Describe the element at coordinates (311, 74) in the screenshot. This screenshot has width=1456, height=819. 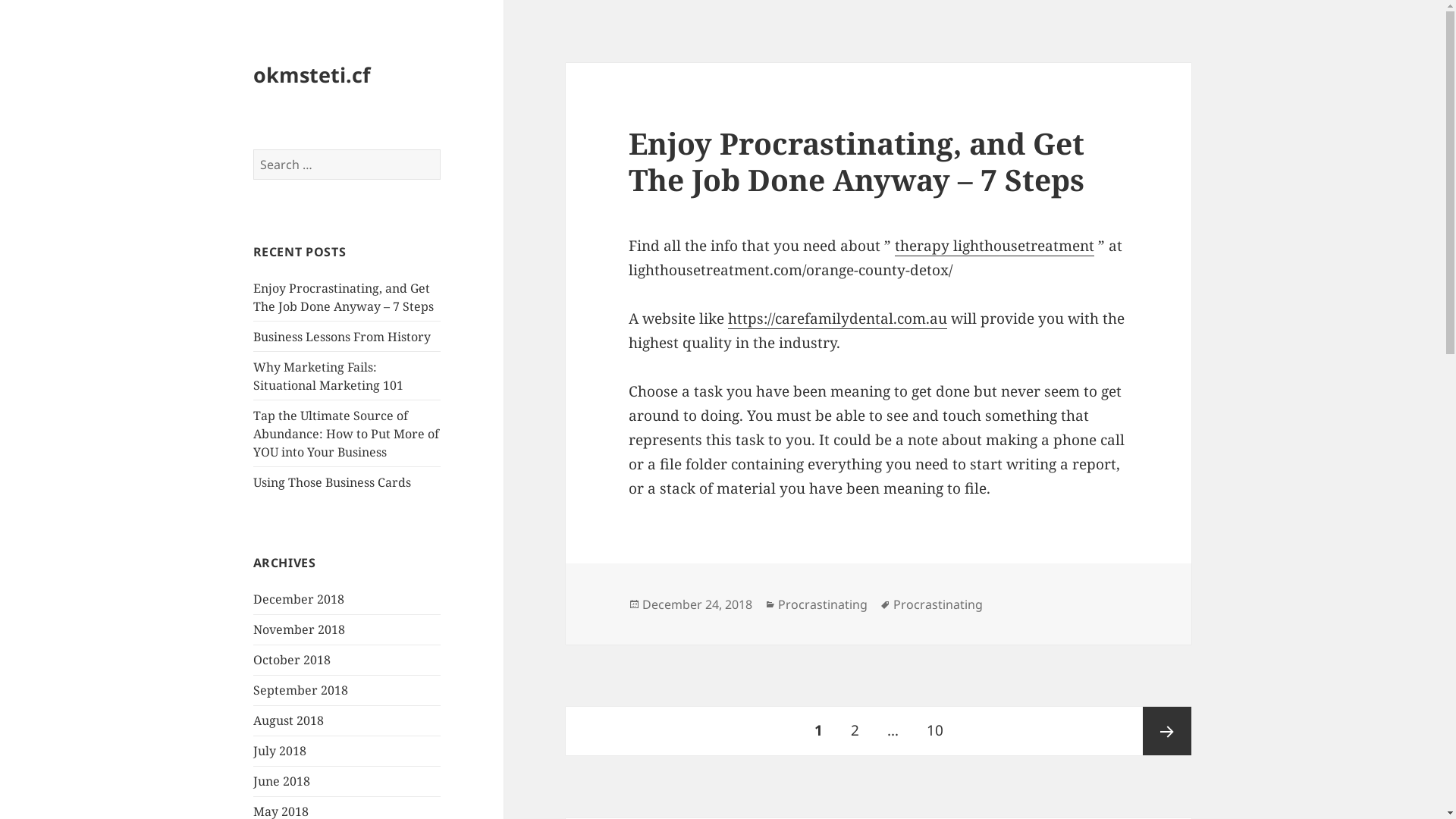
I see `'okmsteti.cf'` at that location.